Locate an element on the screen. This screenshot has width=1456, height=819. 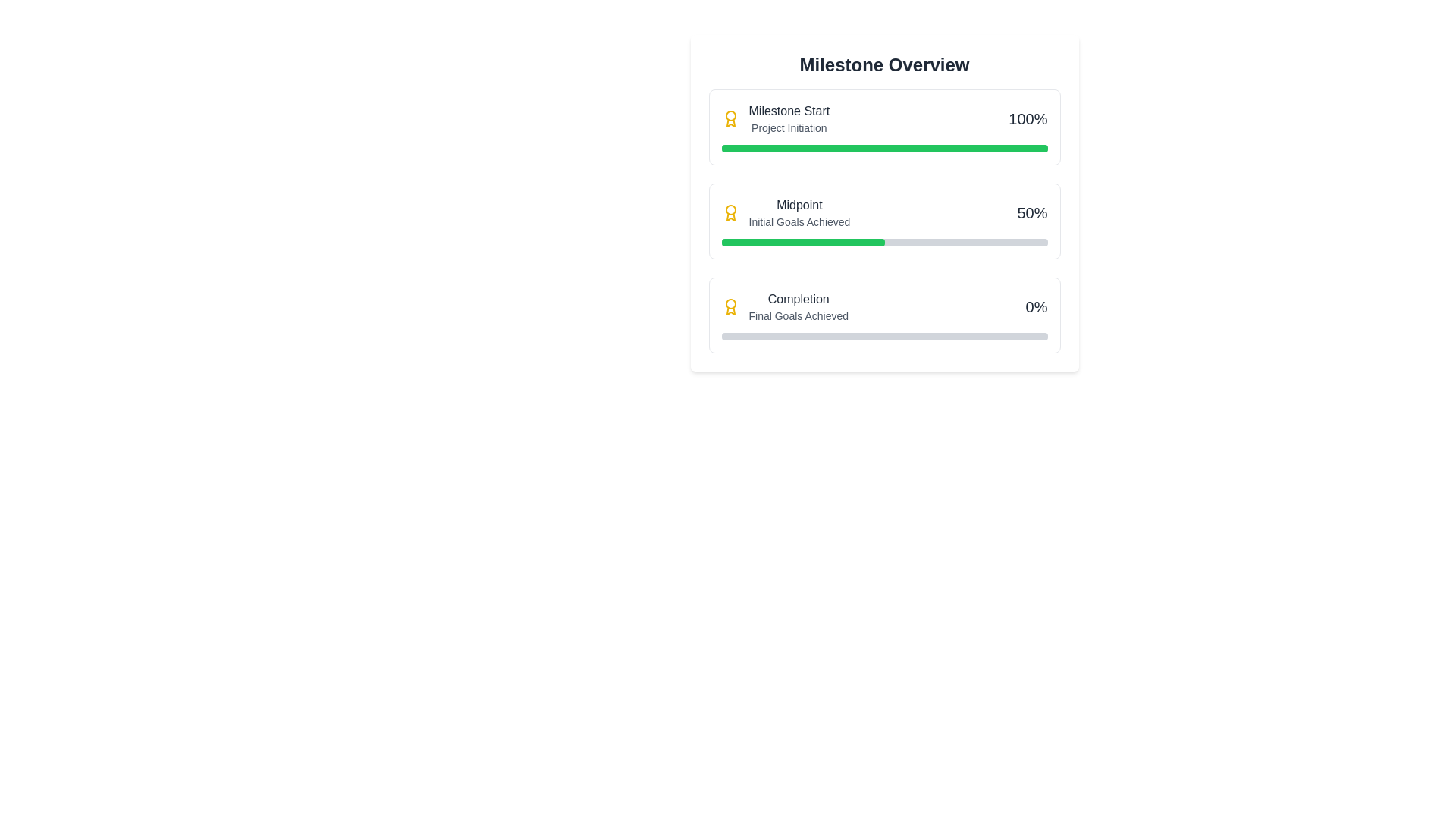
text displayed in the 'Completion' text label, which shows 'Completion' in bold dark gray and 'Final Goals Achieved' in lighter gray beneath it is located at coordinates (798, 307).